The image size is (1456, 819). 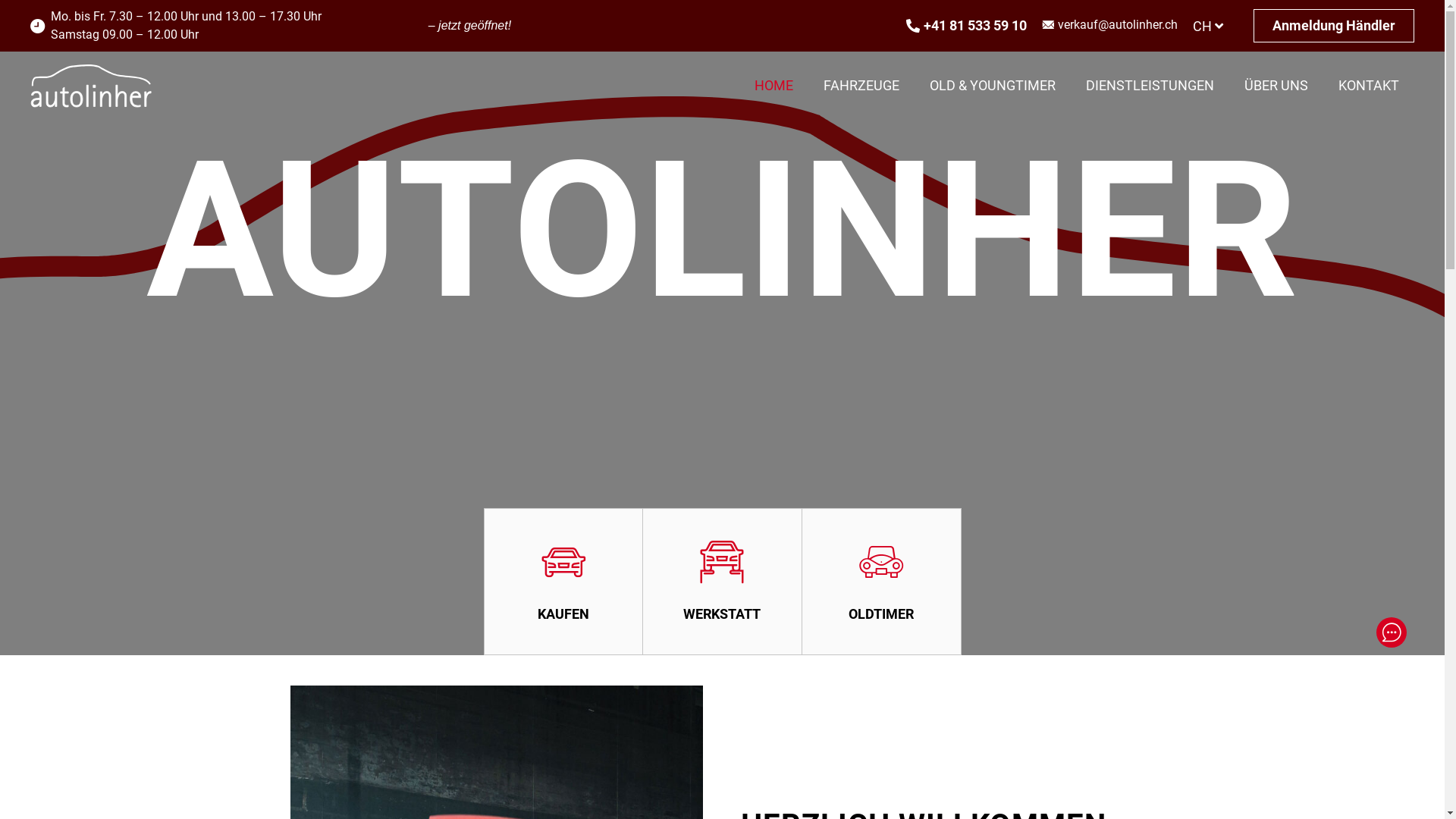 I want to click on 'OLD & YOUNGTIMER', so click(x=913, y=85).